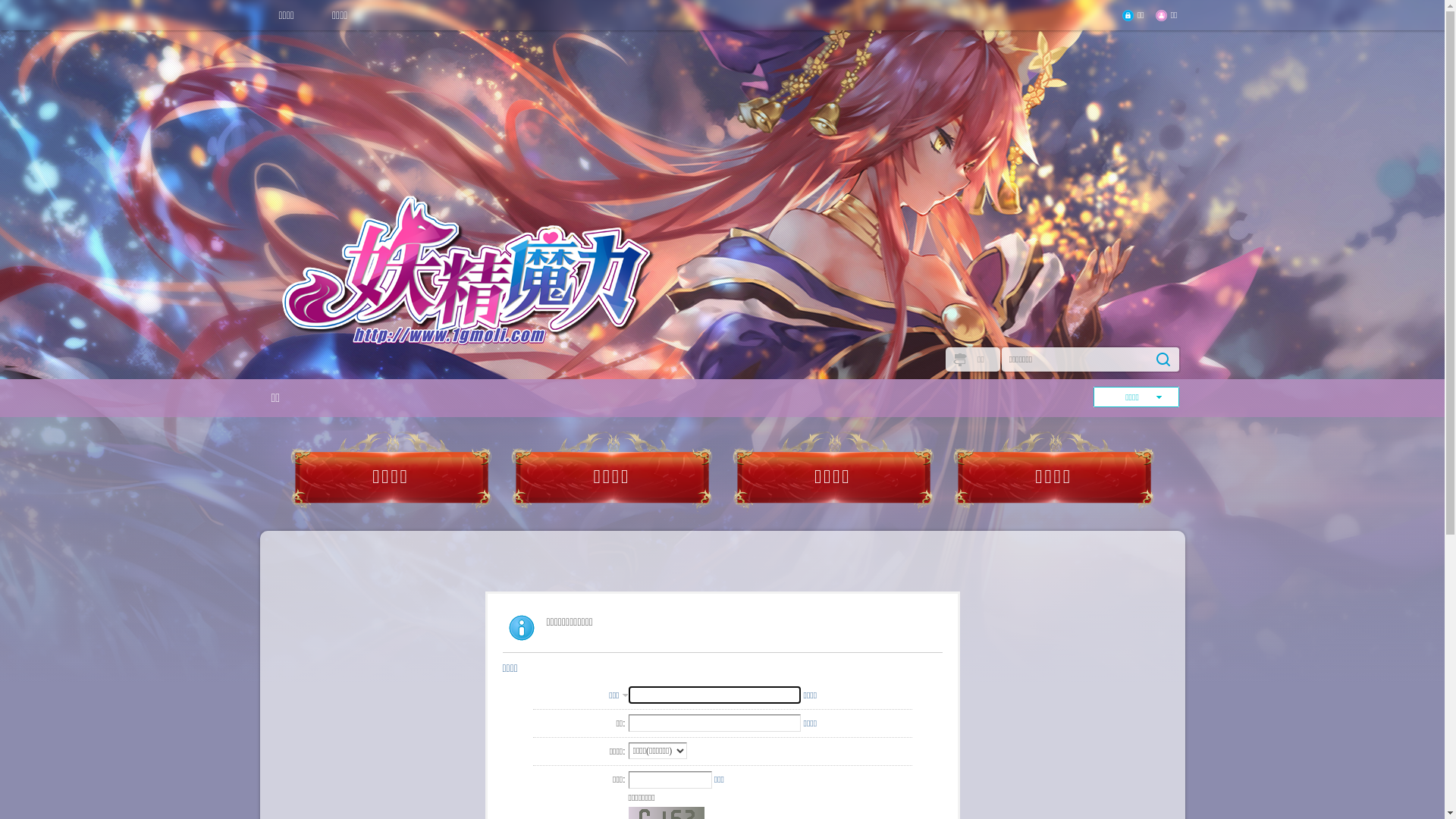  What do you see at coordinates (1161, 359) in the screenshot?
I see `'true'` at bounding box center [1161, 359].